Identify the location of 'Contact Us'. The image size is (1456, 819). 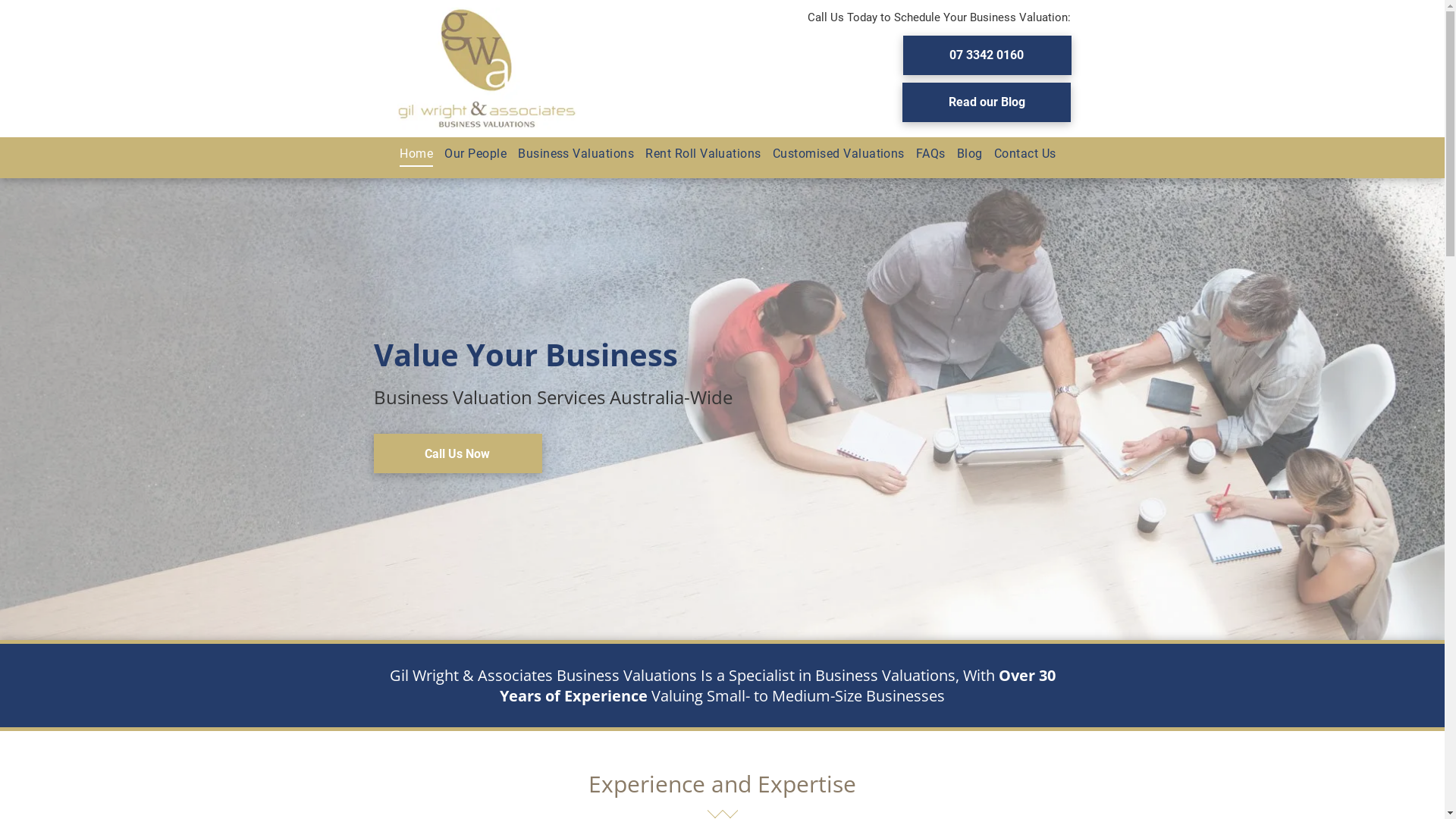
(1019, 154).